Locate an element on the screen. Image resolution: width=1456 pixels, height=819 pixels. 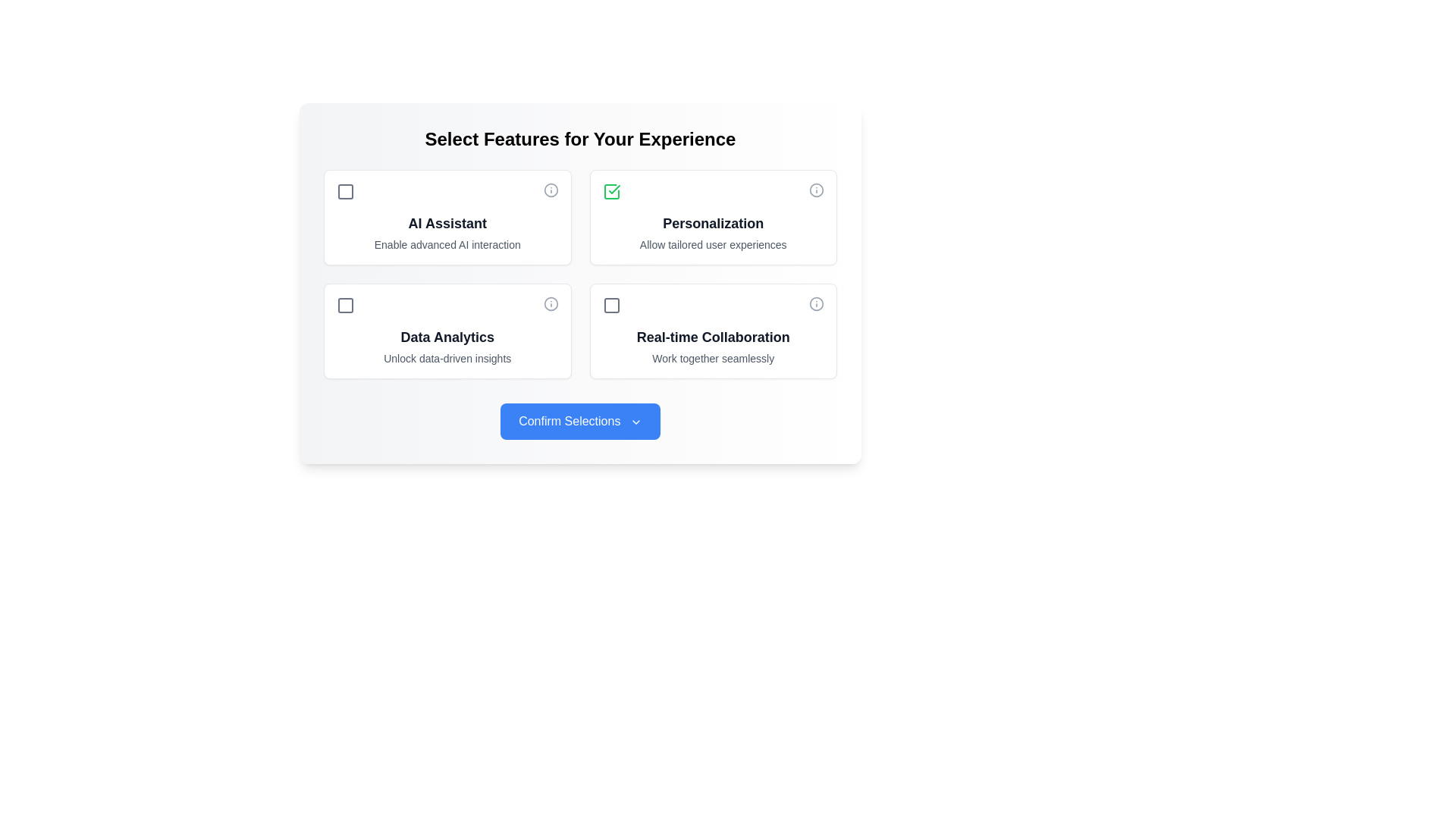
the bold, large-font header text labeled 'Personalization' in dark gray, located in the top-right section of the feature selection grid, which is directly above the description text 'Allow tailored user experiences' is located at coordinates (712, 223).